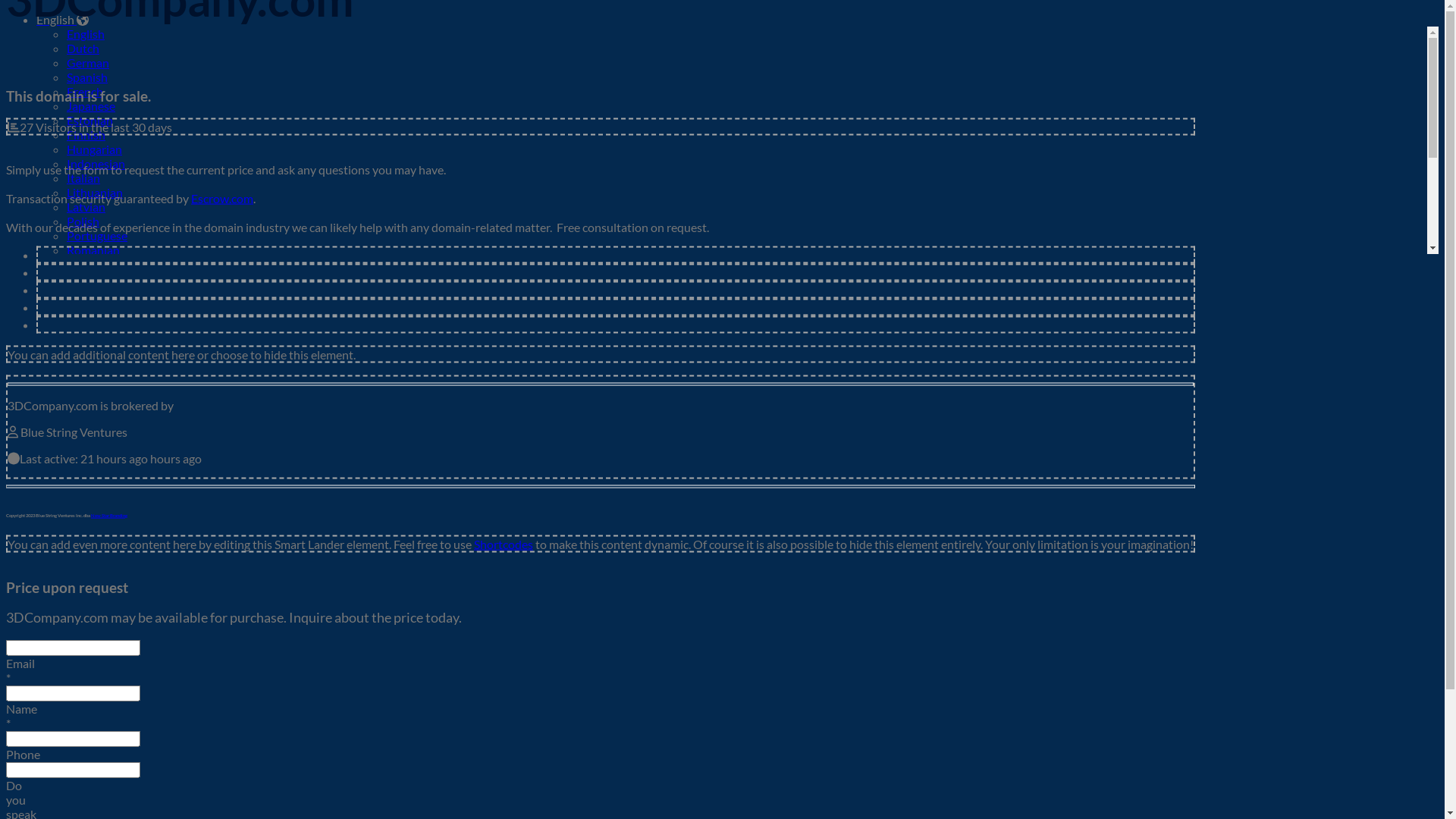  I want to click on 'Estonian', so click(89, 119).